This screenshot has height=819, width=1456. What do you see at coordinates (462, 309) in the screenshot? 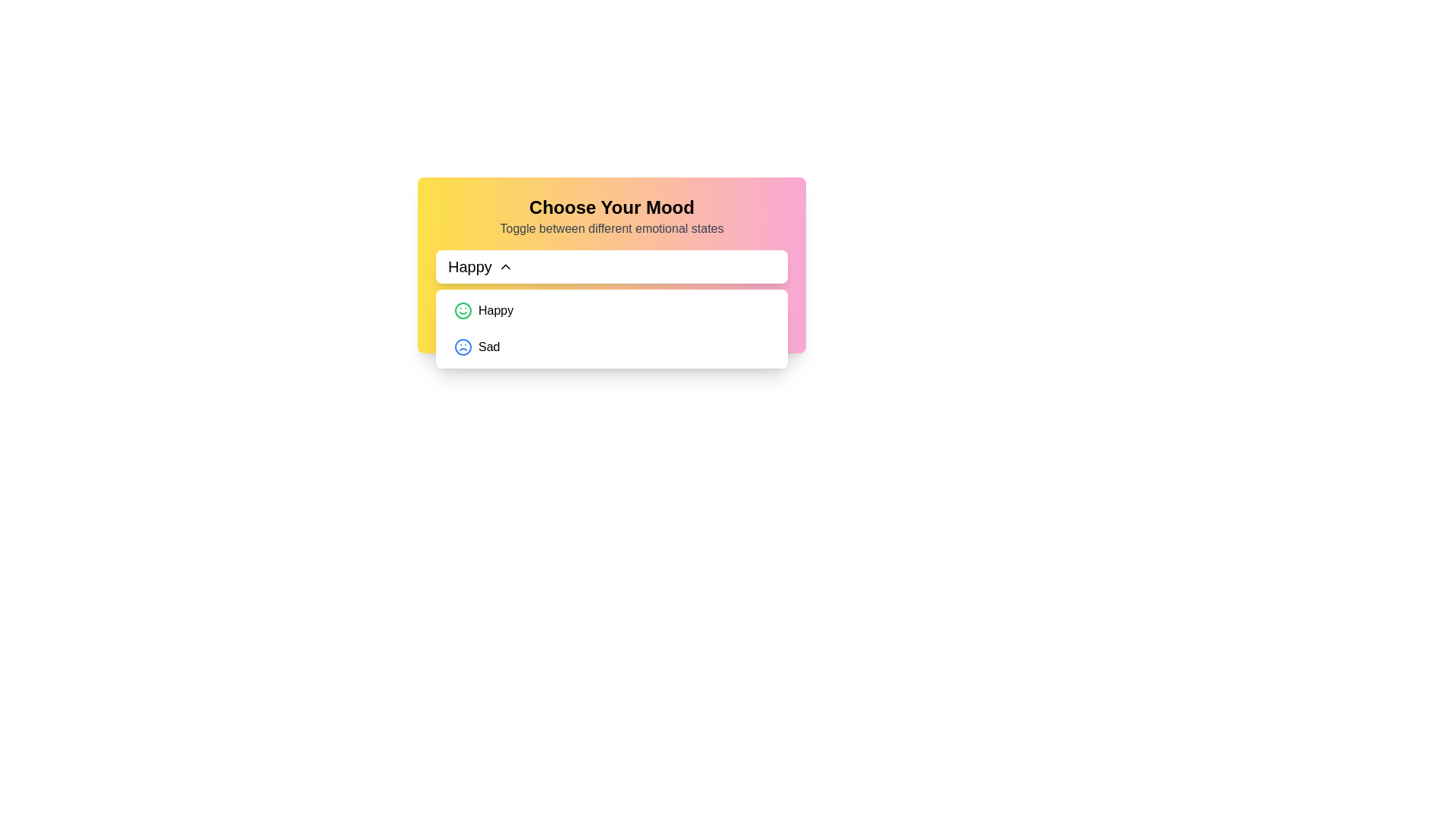
I see `the 'Happy' mood icon graphic, which visually represents a smiling face in the mood selector interface` at bounding box center [462, 309].